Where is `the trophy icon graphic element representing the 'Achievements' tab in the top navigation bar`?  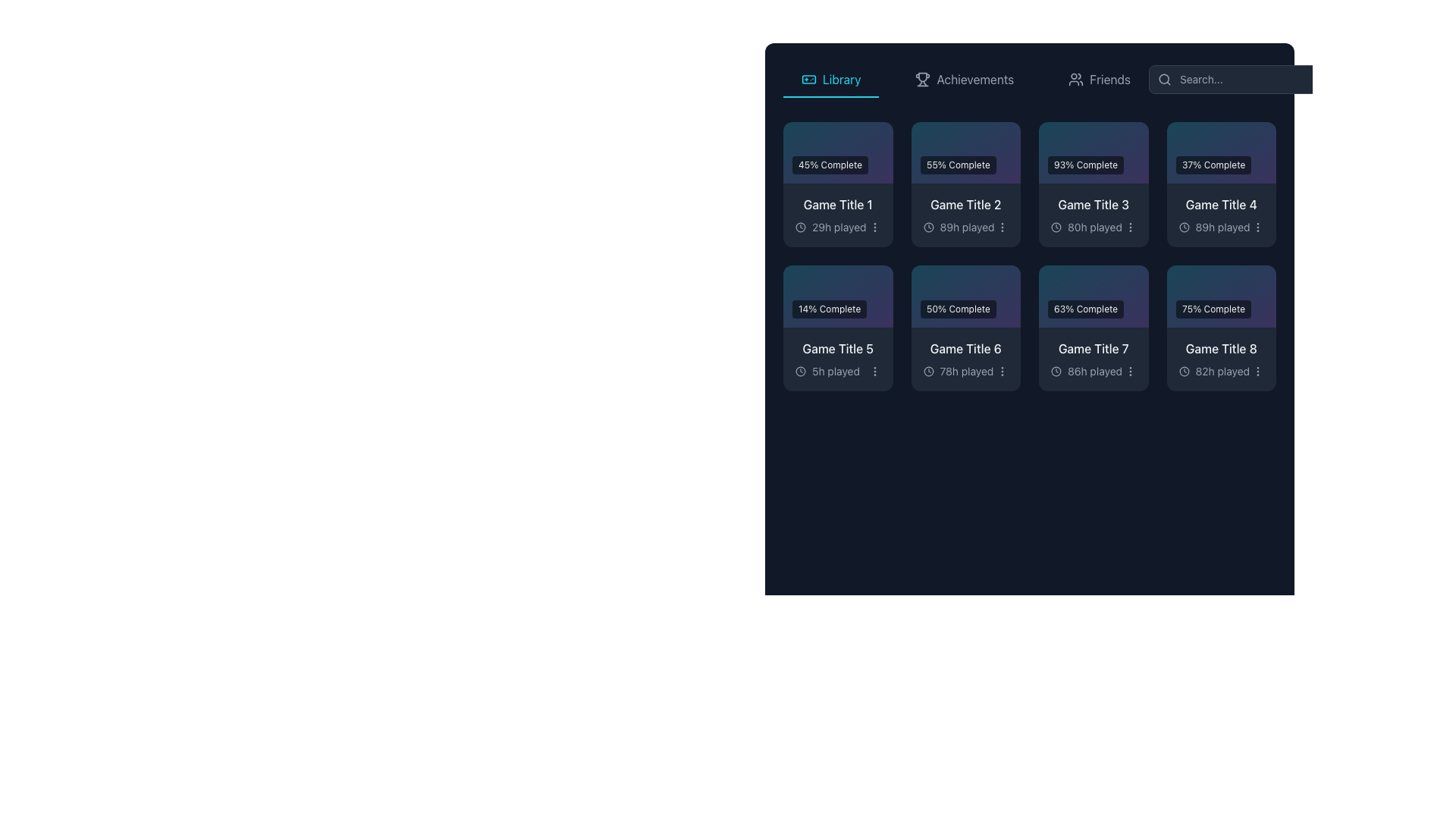
the trophy icon graphic element representing the 'Achievements' tab in the top navigation bar is located at coordinates (922, 77).